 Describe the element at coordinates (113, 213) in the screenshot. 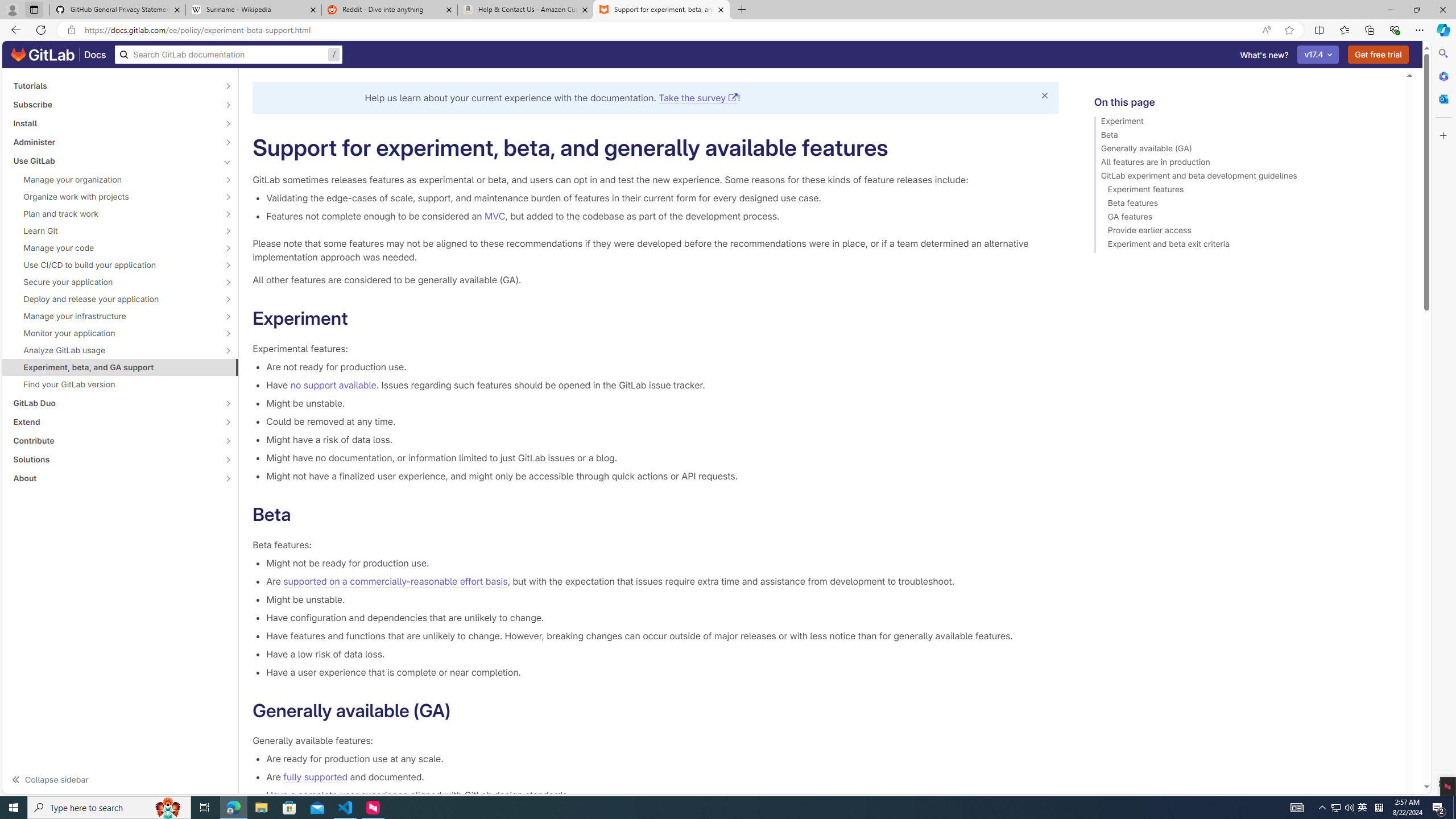

I see `'Plan and track work'` at that location.